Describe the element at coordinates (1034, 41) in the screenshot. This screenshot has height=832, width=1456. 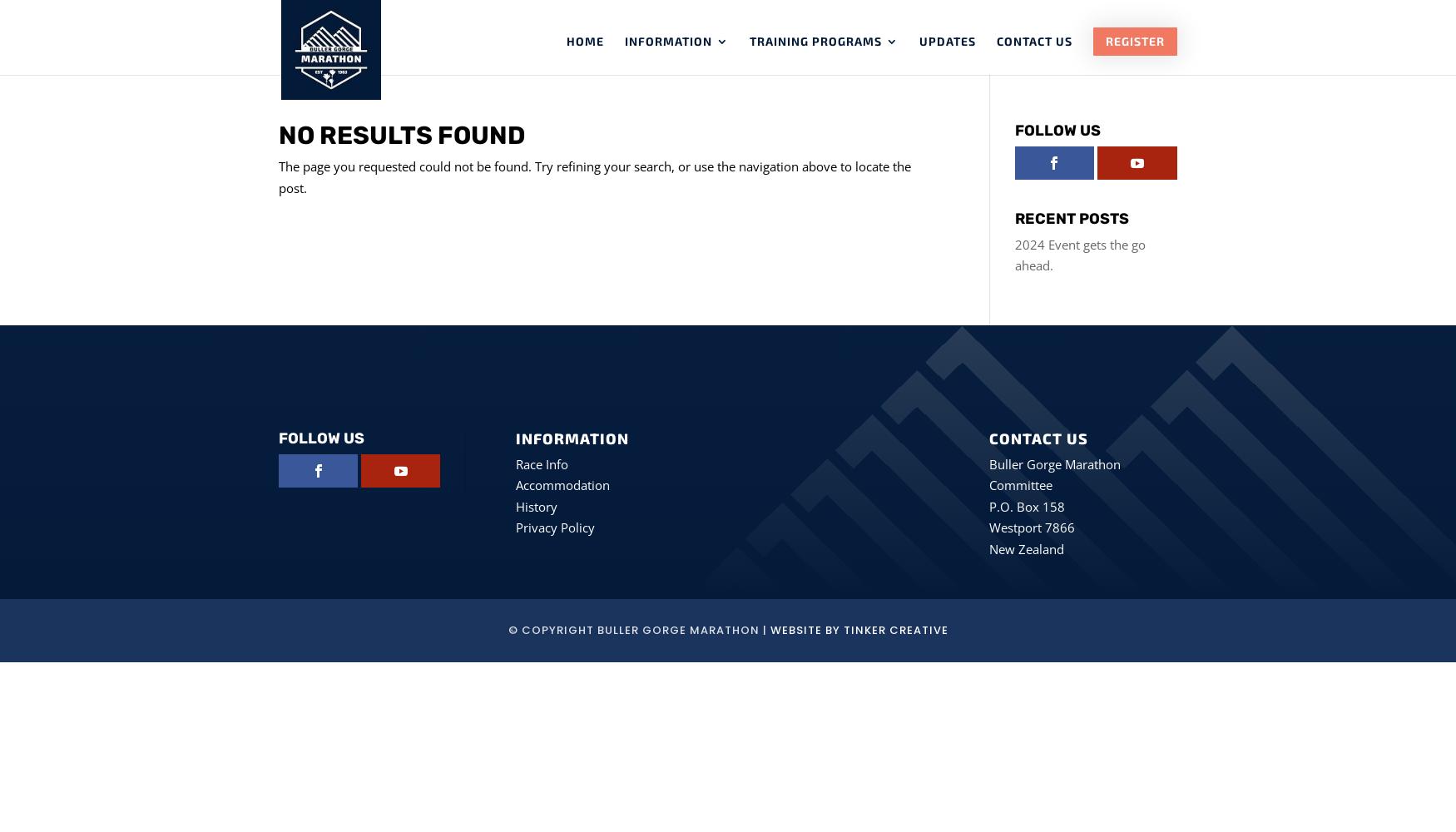
I see `'Contact Us'` at that location.